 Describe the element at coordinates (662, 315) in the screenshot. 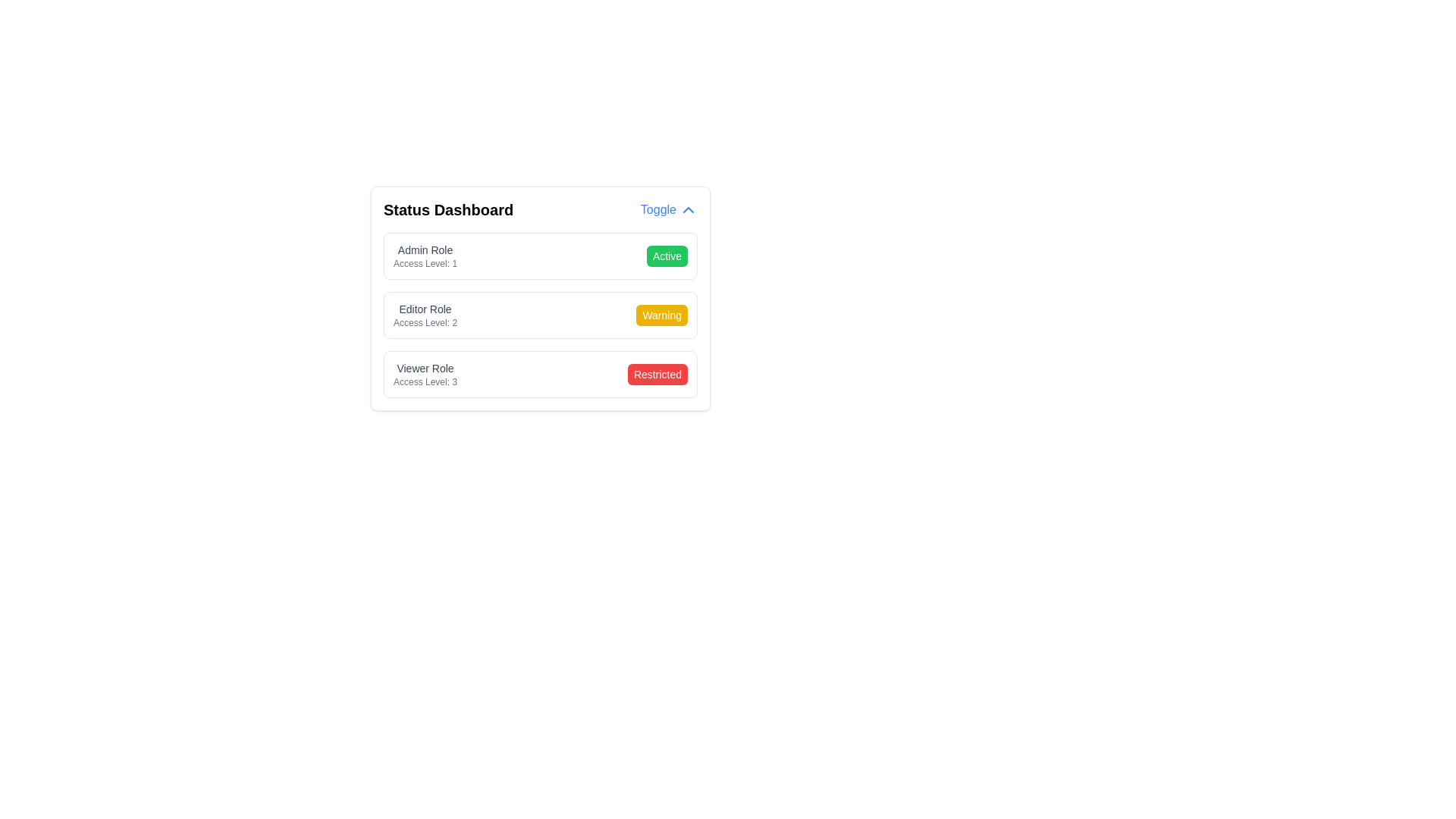

I see `the content of the warning label that alerts the user about the warning status associated with the 'Editor Role' in the 'Status Dashboard' interface, located to the right of the 'Editor Role' text` at that location.